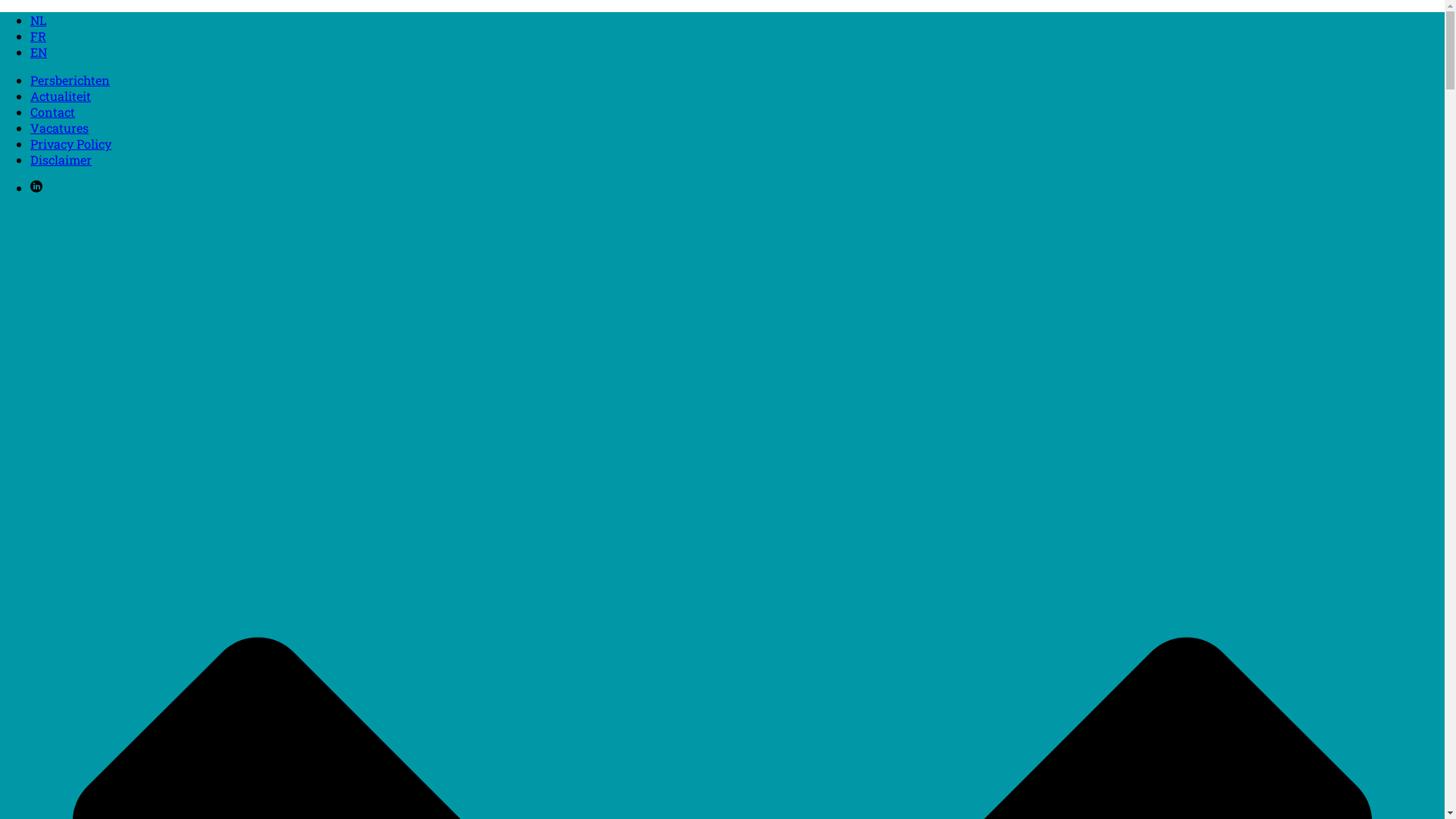 This screenshot has height=819, width=1456. What do you see at coordinates (69, 80) in the screenshot?
I see `'Persberichten'` at bounding box center [69, 80].